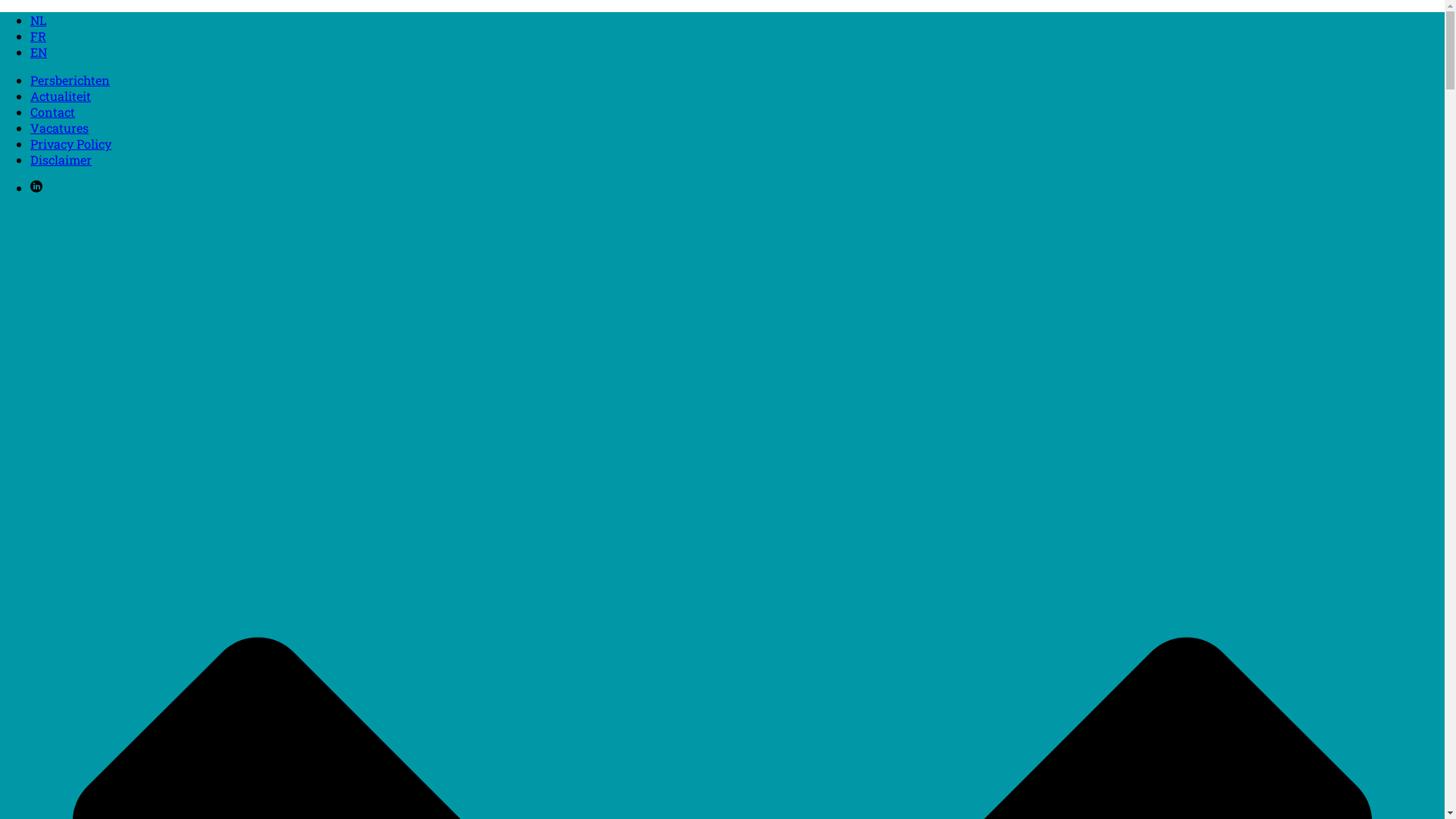 This screenshot has height=819, width=1456. What do you see at coordinates (69, 80) in the screenshot?
I see `'Persberichten'` at bounding box center [69, 80].